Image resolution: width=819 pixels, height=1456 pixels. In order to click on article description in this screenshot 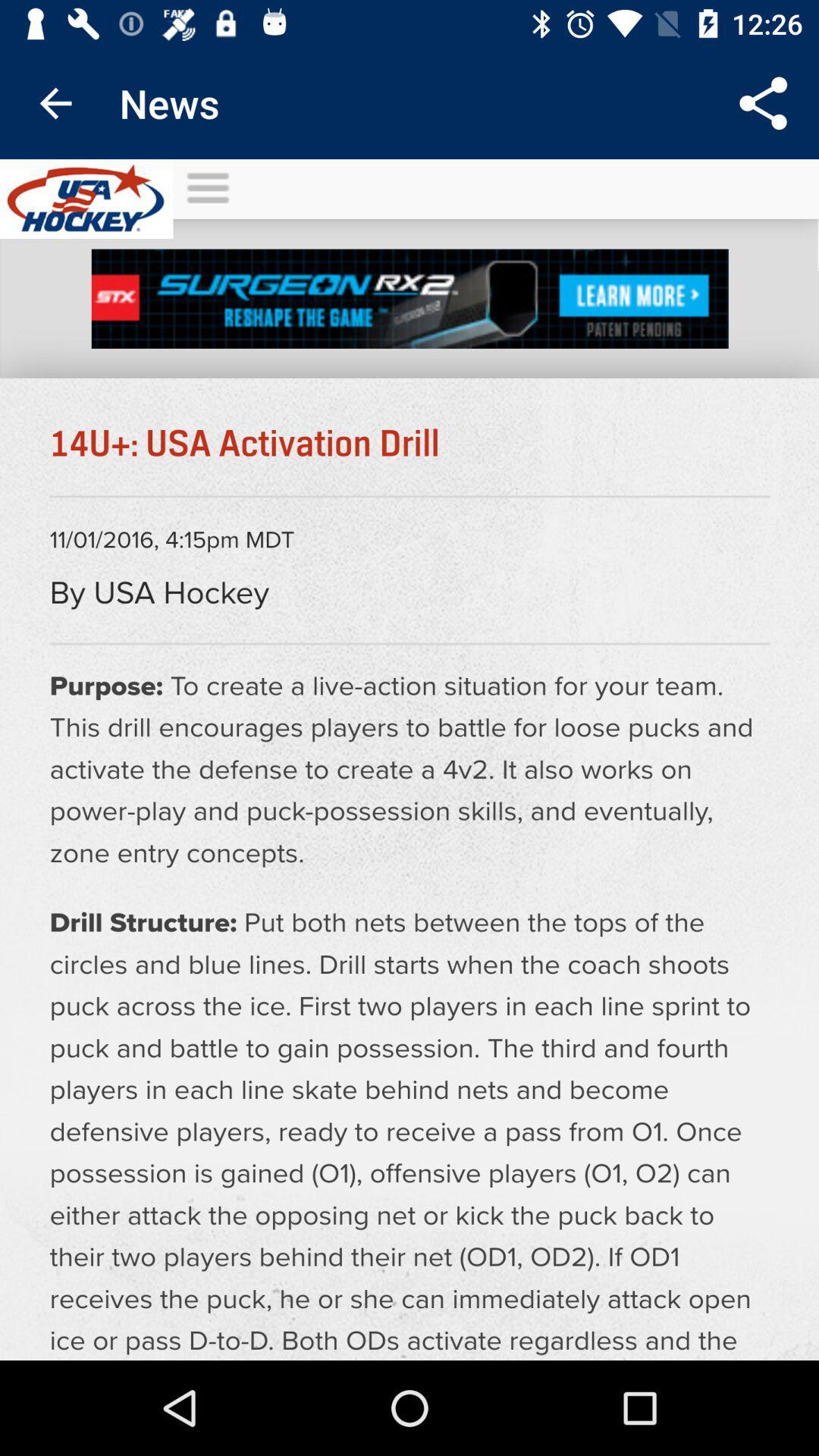, I will do `click(409, 760)`.